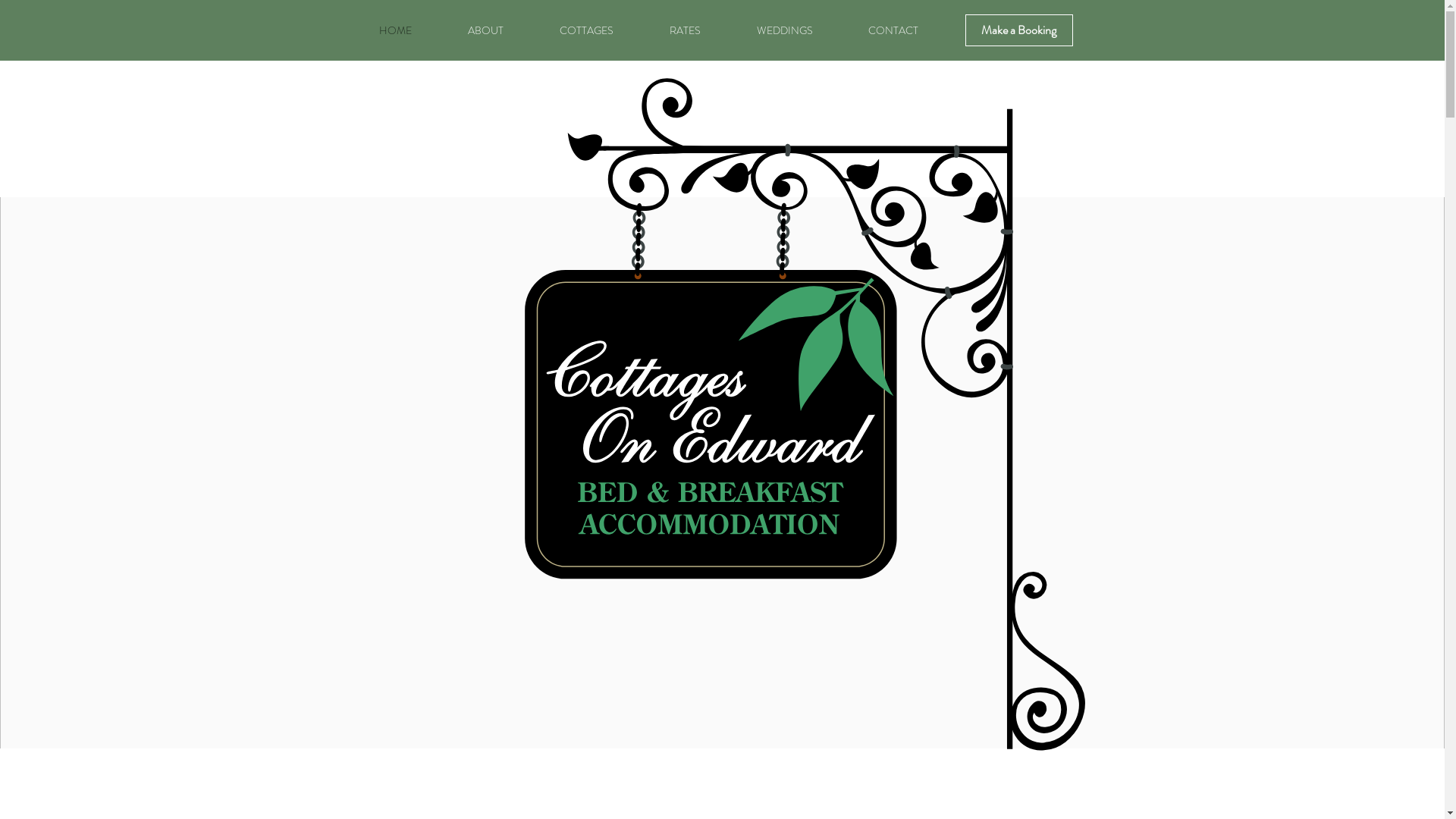 The height and width of the screenshot is (819, 1456). Describe the element at coordinates (485, 30) in the screenshot. I see `'ABOUT'` at that location.